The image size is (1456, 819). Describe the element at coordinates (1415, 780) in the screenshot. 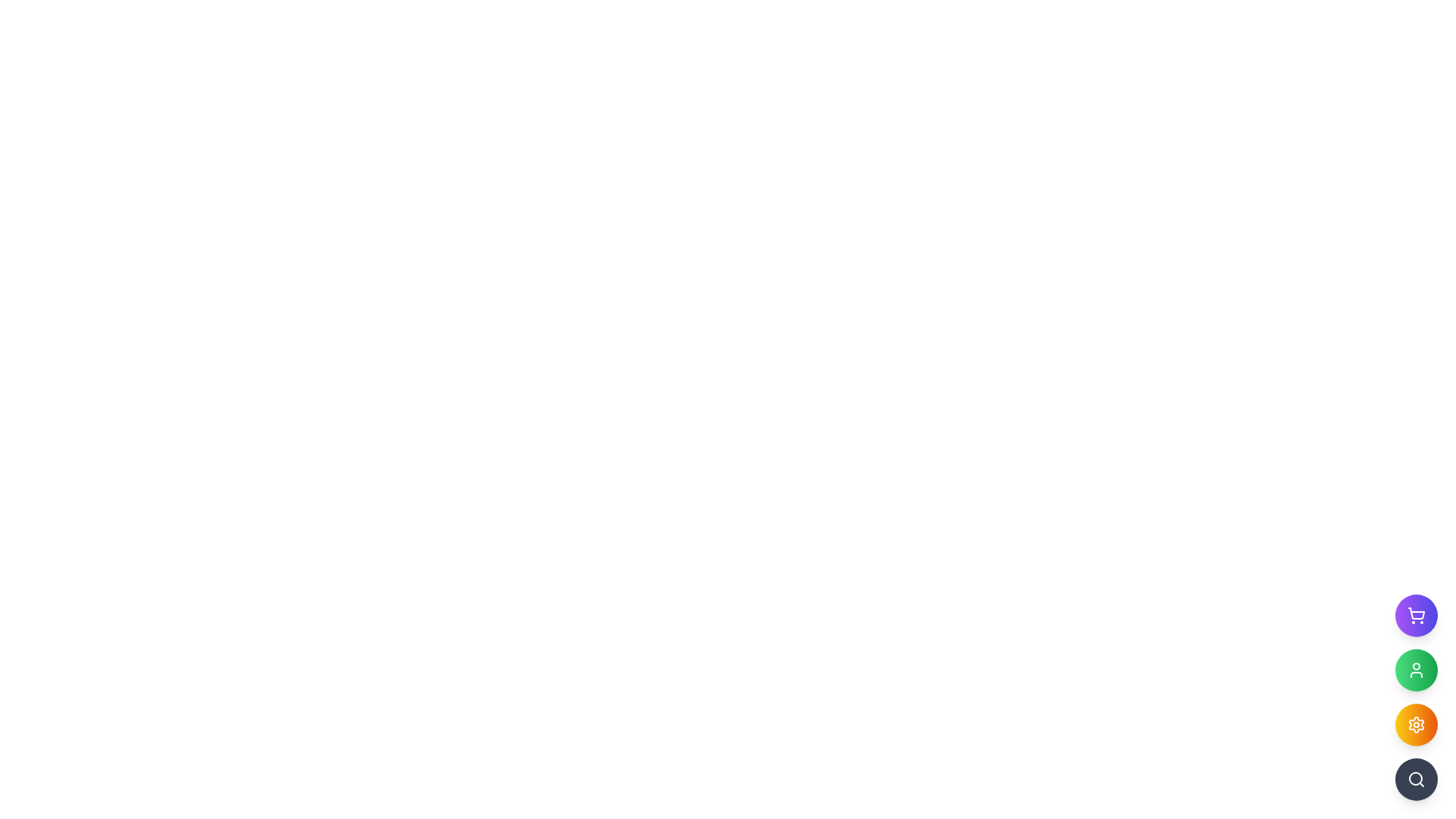

I see `the bottom-most circular button icon on the right side of the interface to initiate a search action` at that location.